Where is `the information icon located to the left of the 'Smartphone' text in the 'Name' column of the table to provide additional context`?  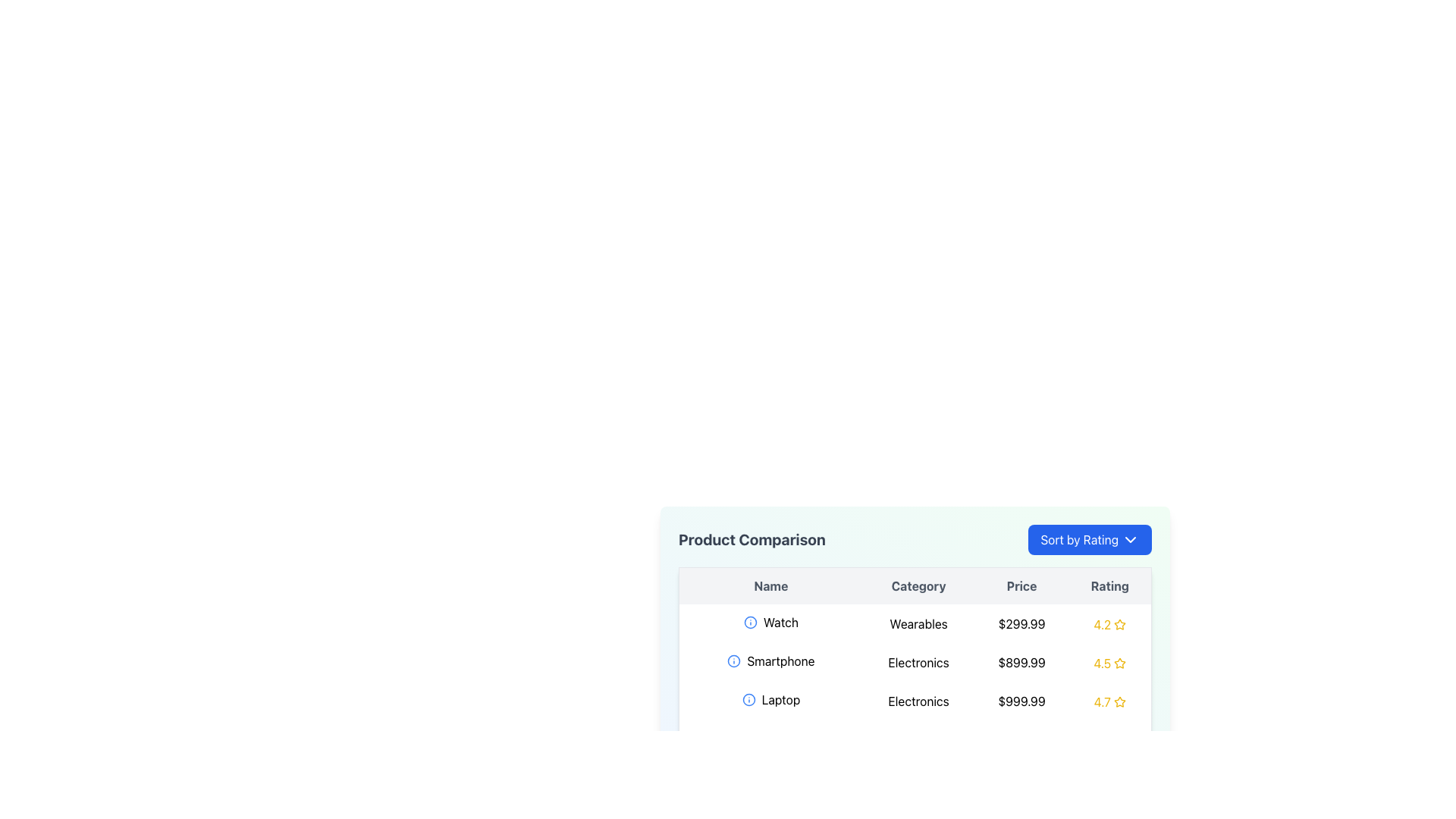 the information icon located to the left of the 'Smartphone' text in the 'Name' column of the table to provide additional context is located at coordinates (734, 660).